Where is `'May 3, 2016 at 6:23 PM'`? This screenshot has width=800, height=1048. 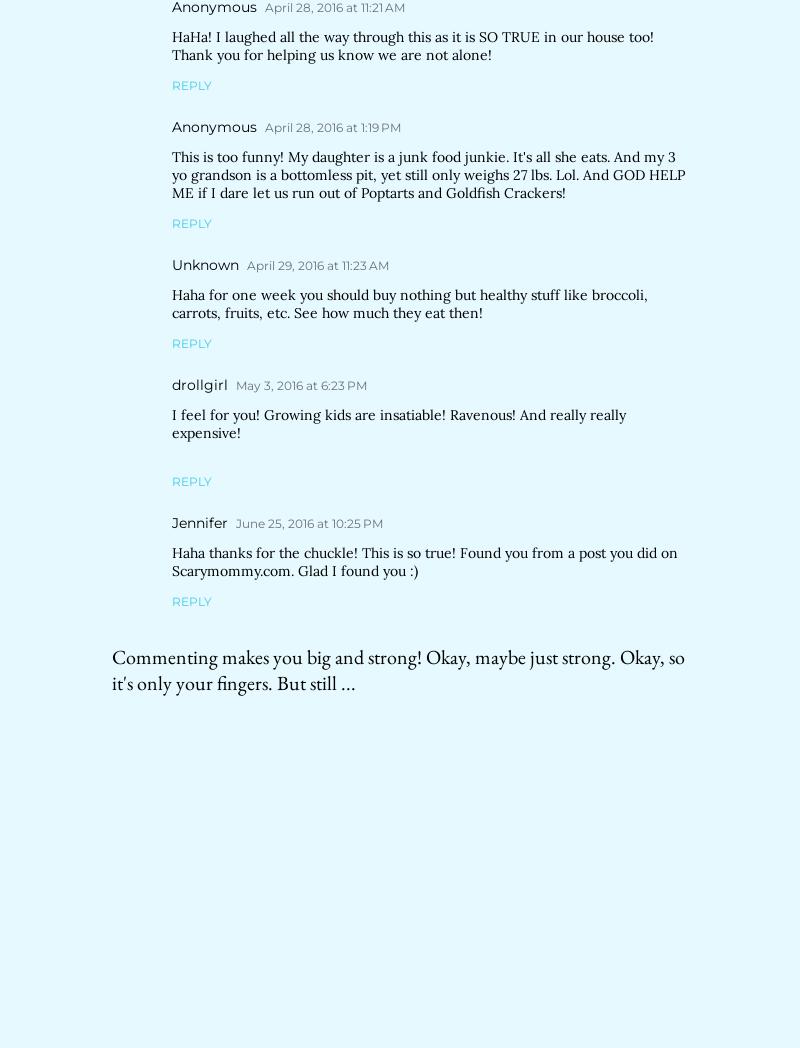
'May 3, 2016 at 6:23 PM' is located at coordinates (300, 384).